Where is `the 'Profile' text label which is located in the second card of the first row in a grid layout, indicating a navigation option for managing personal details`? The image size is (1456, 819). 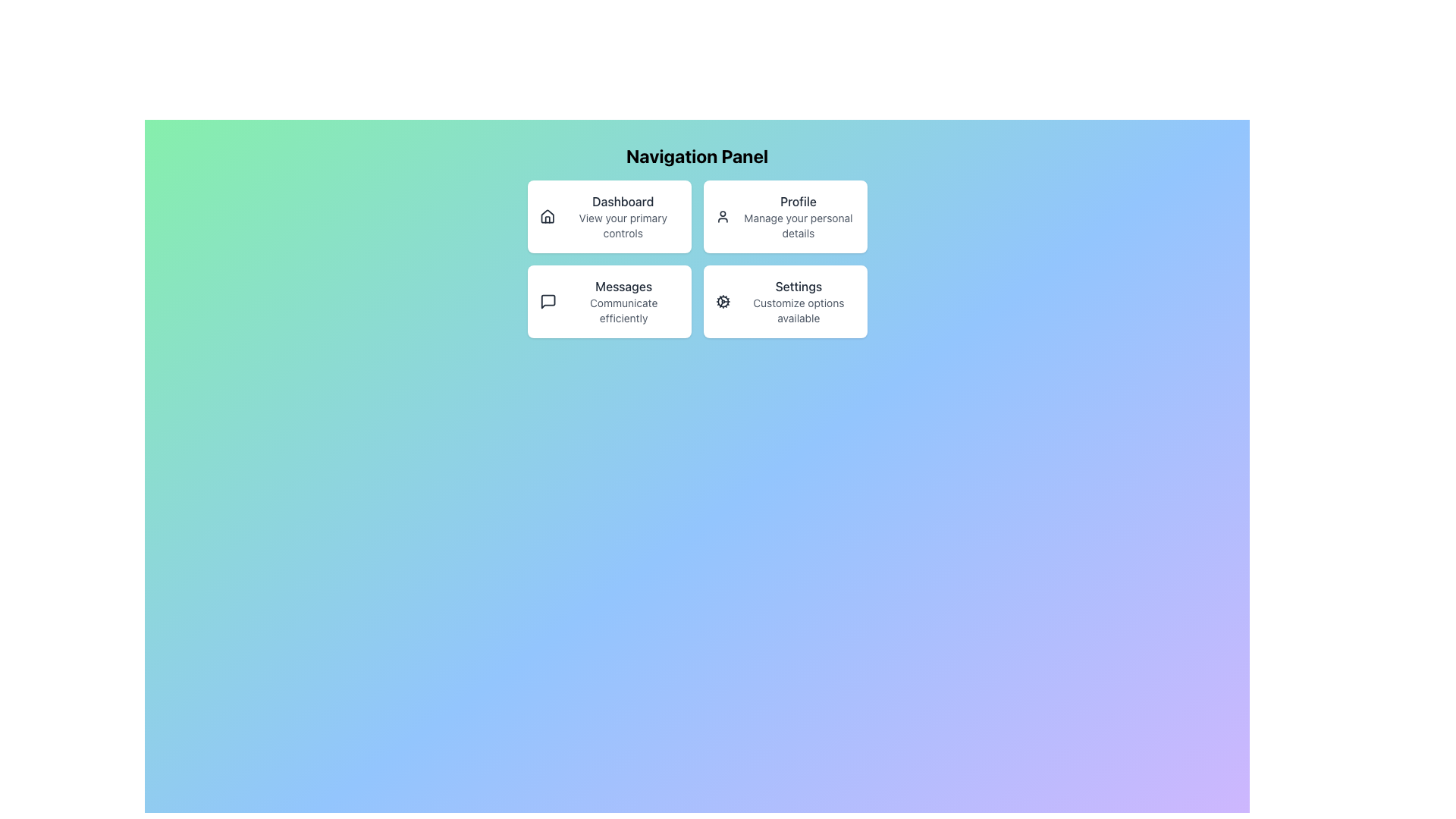 the 'Profile' text label which is located in the second card of the first row in a grid layout, indicating a navigation option for managing personal details is located at coordinates (797, 216).